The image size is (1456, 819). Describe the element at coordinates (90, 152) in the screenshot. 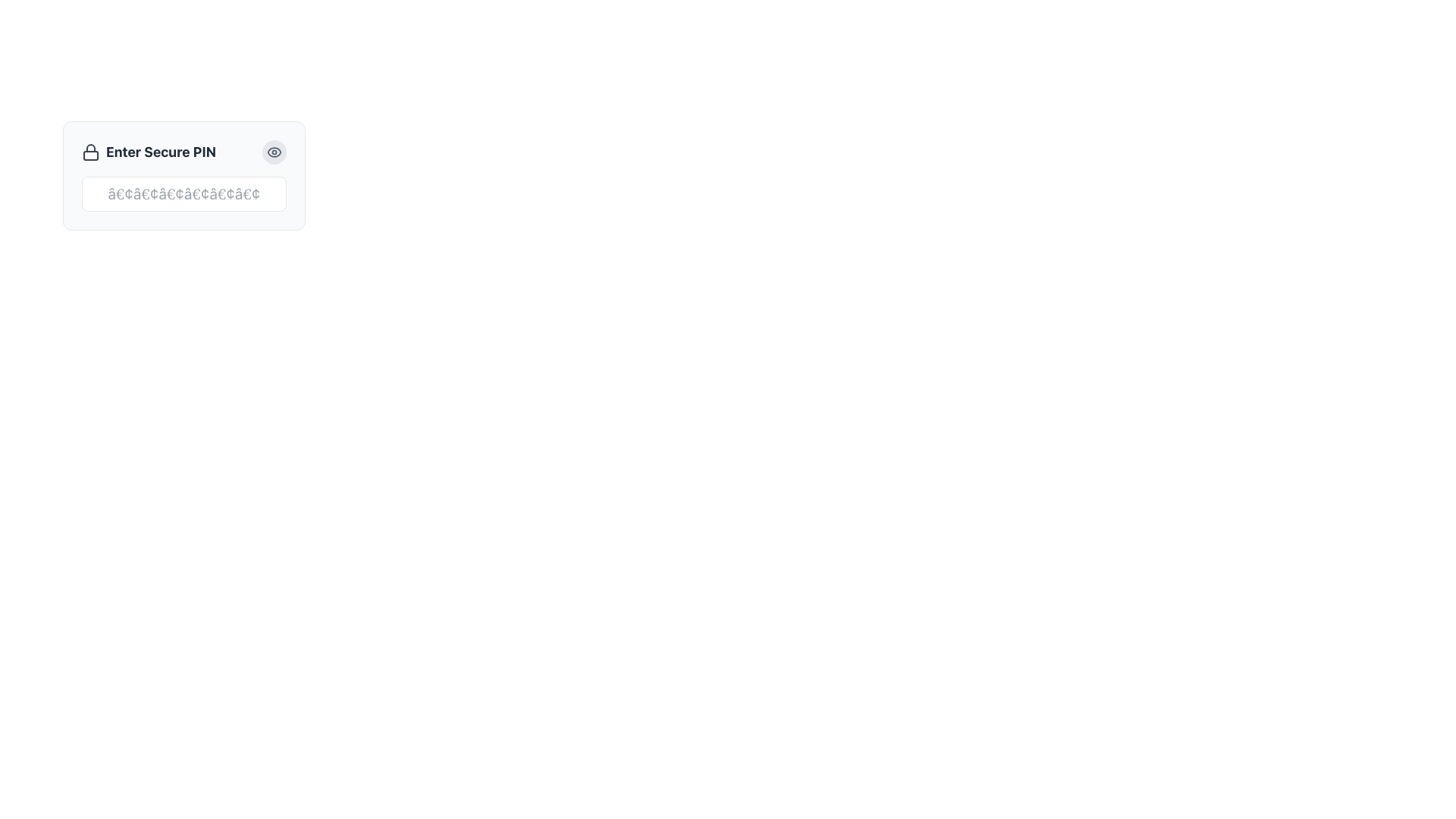

I see `the lock icon, which is gray and has a modern outline design, located to the left of the 'Enter Secure PIN' label` at that location.